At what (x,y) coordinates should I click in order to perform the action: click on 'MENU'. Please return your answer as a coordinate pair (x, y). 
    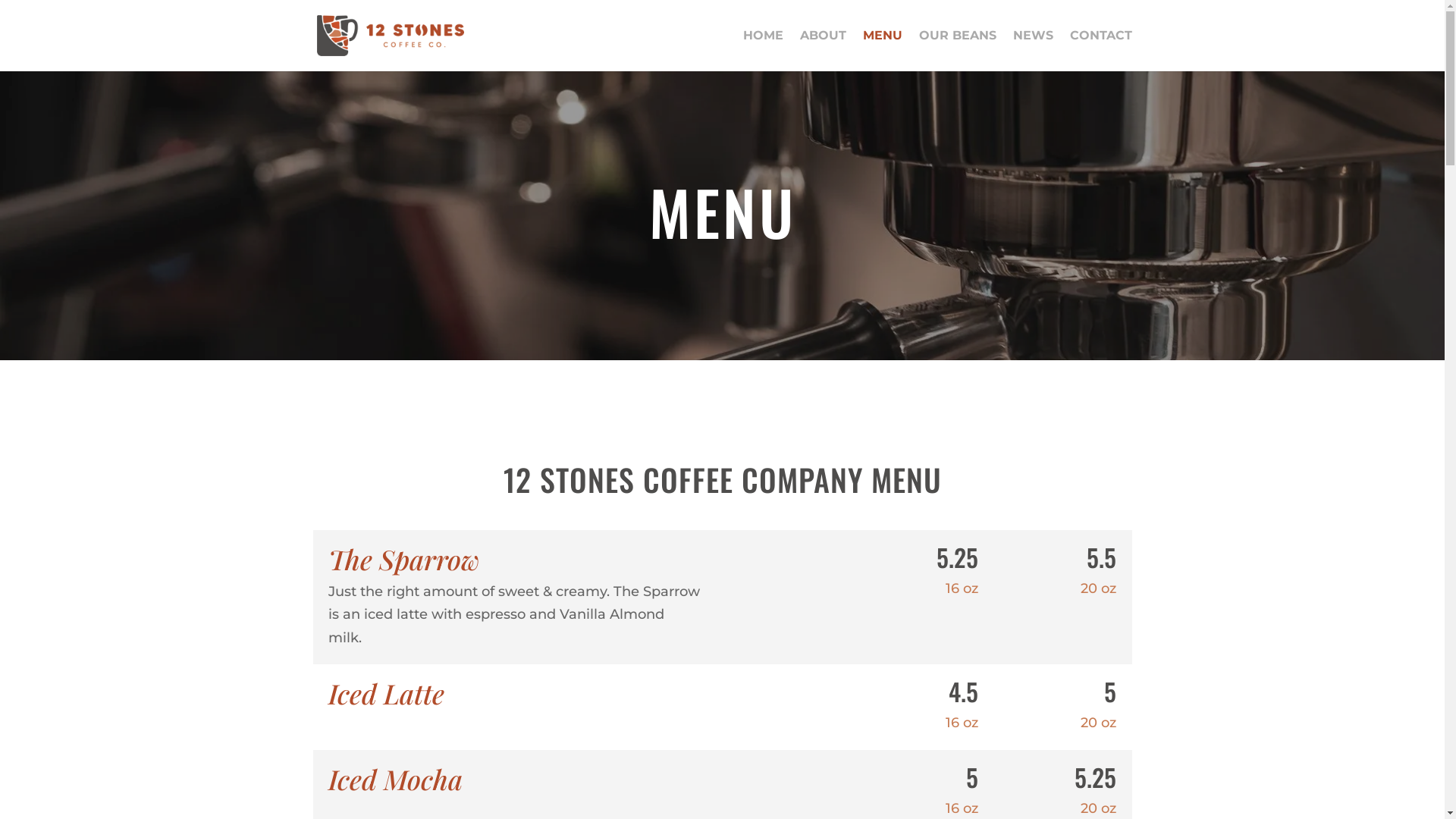
    Looking at the image, I should click on (882, 49).